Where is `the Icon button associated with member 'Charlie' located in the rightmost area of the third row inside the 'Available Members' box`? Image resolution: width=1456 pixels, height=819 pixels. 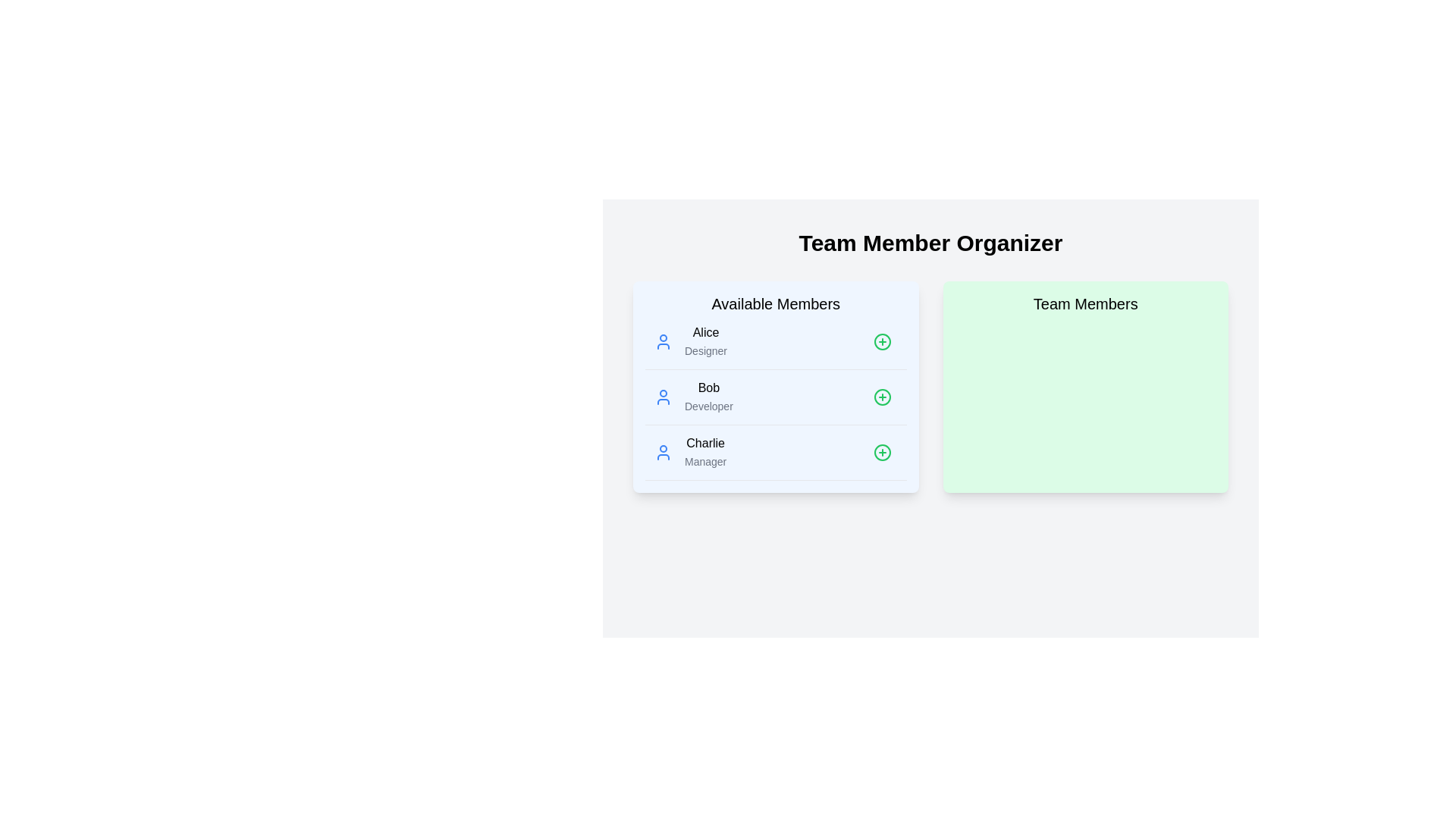
the Icon button associated with member 'Charlie' located in the rightmost area of the third row inside the 'Available Members' box is located at coordinates (882, 452).